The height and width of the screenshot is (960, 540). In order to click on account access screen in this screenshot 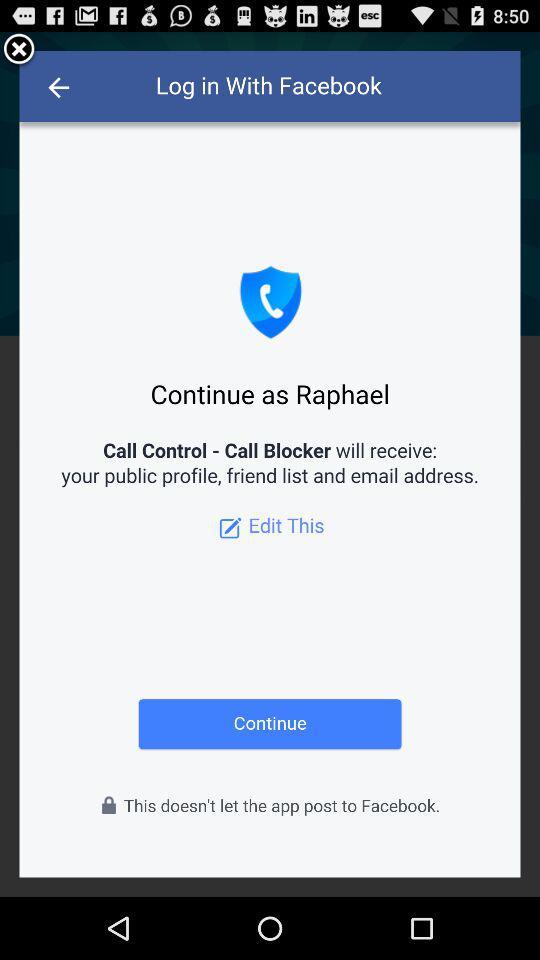, I will do `click(18, 49)`.